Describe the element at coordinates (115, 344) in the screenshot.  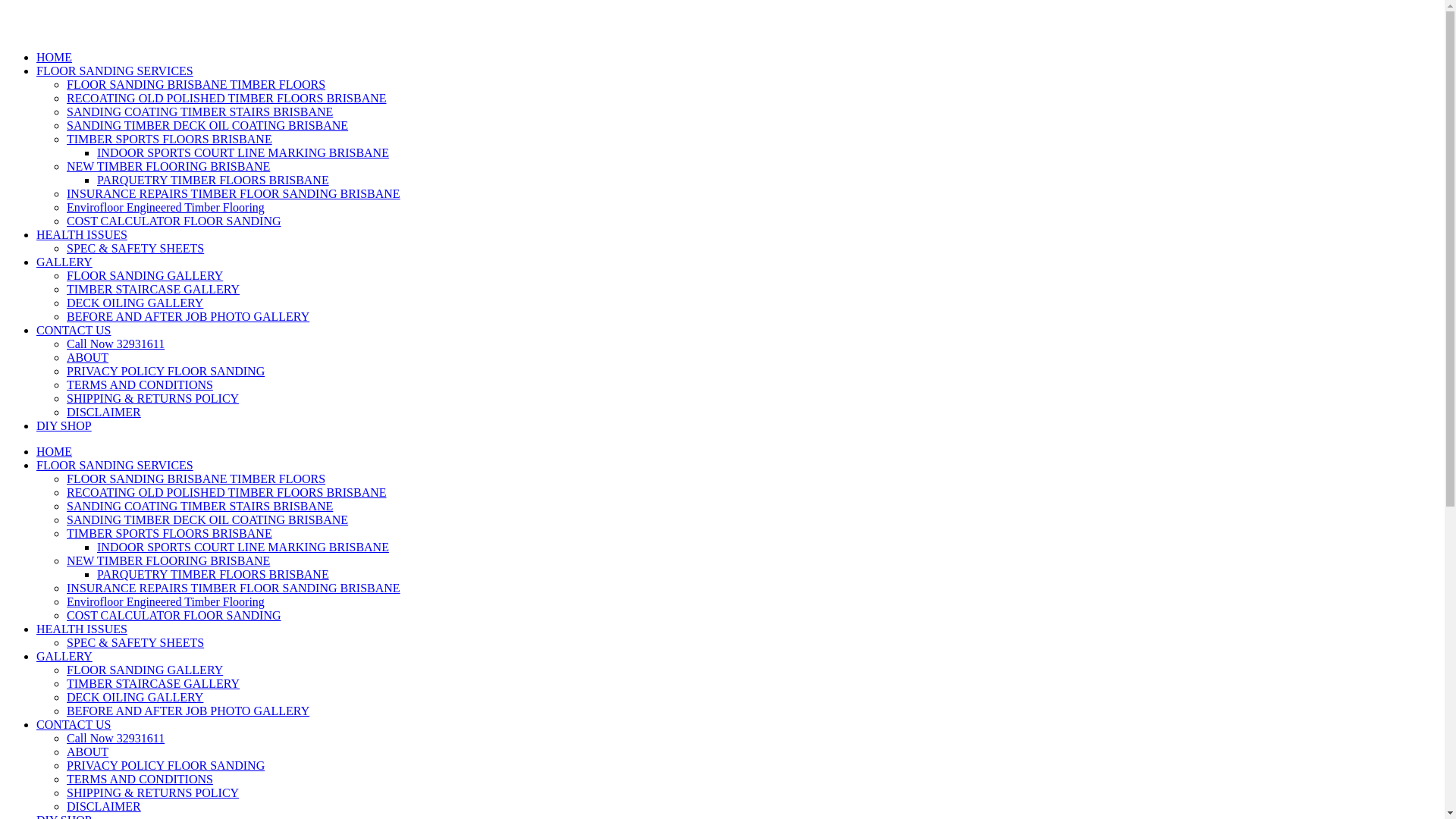
I see `'Call Now 32931611'` at that location.